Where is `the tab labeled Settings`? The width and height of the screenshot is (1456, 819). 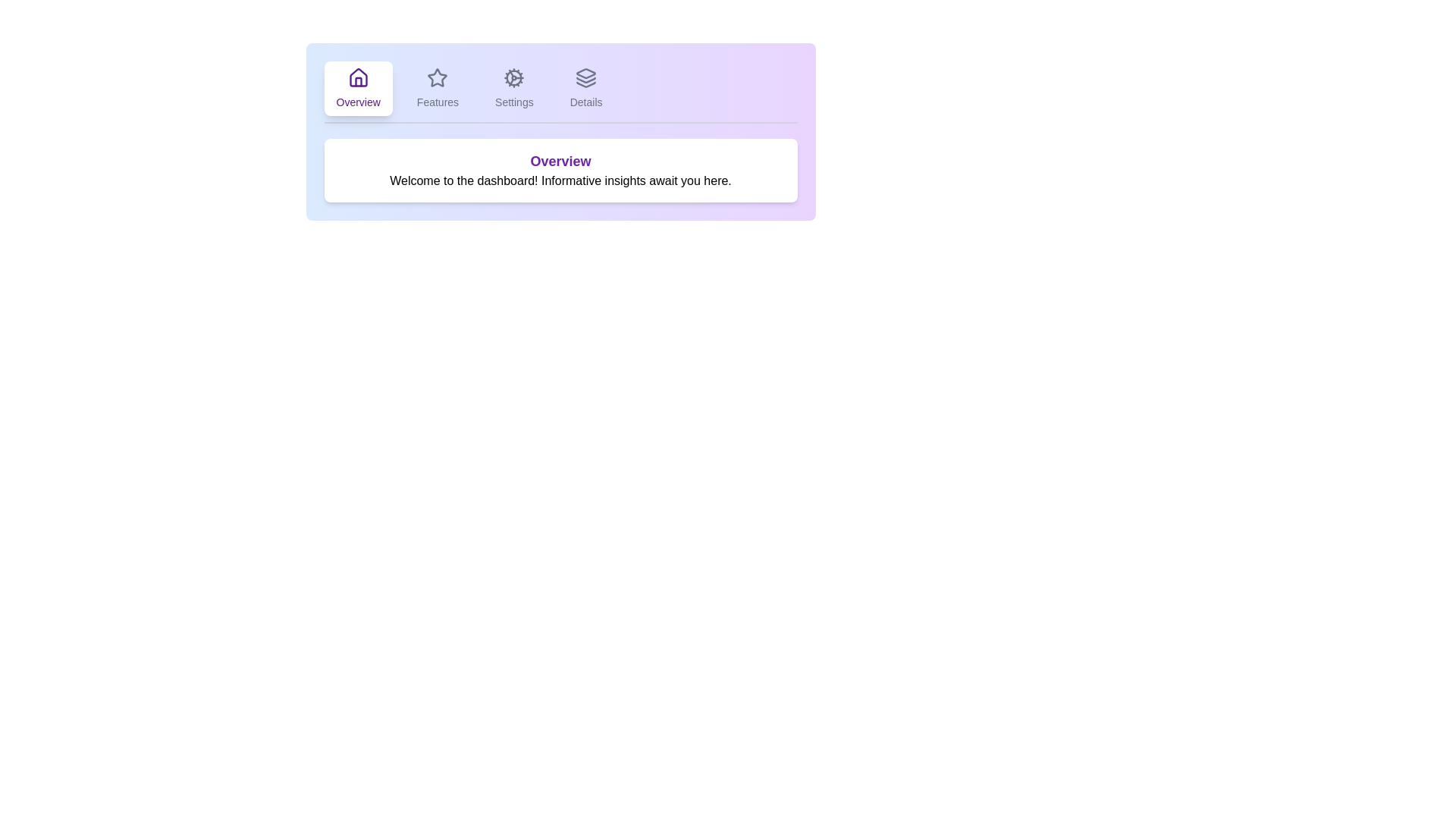
the tab labeled Settings is located at coordinates (514, 88).